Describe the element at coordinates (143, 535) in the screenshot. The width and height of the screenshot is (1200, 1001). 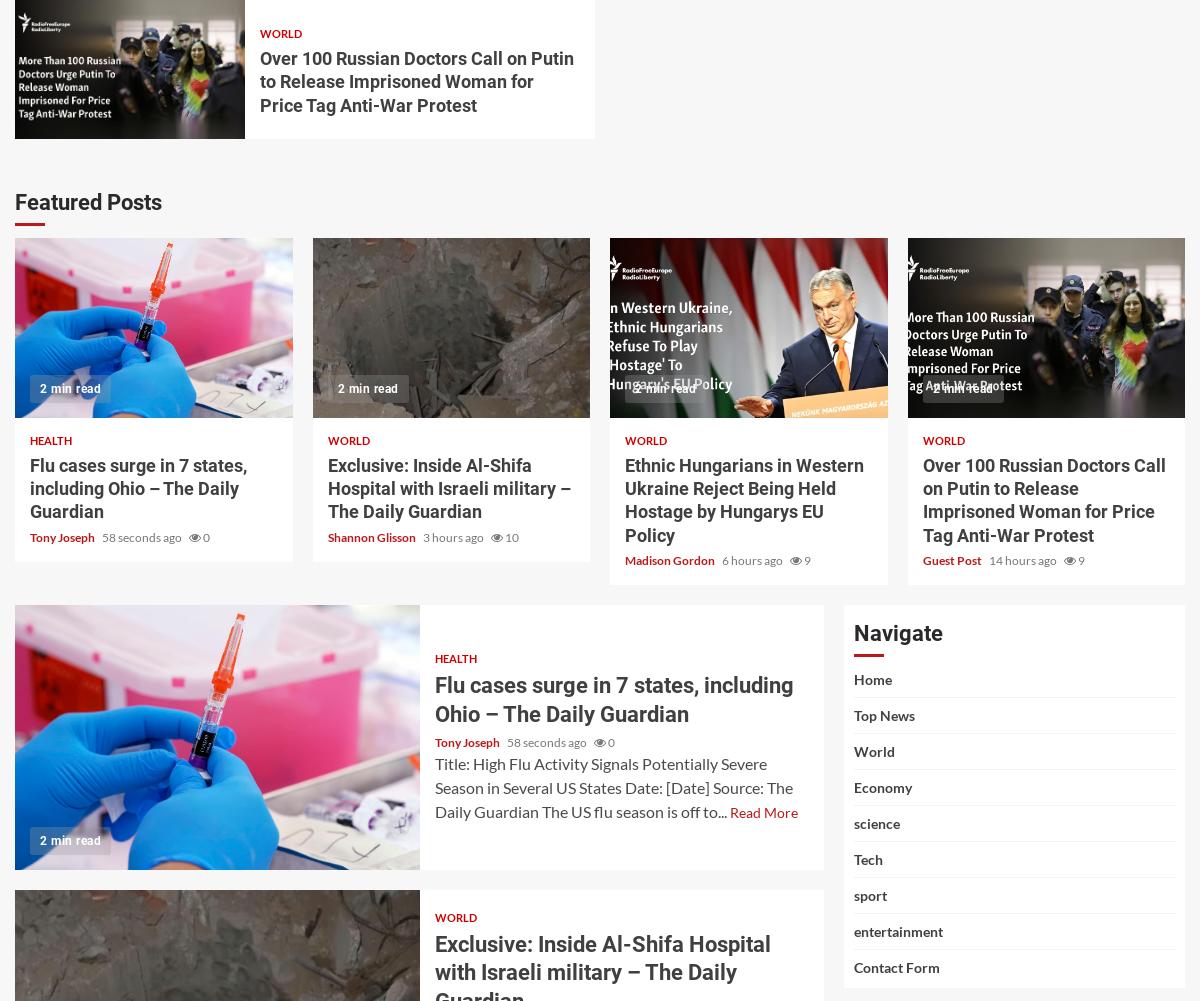
I see `'58 seconds ago'` at that location.